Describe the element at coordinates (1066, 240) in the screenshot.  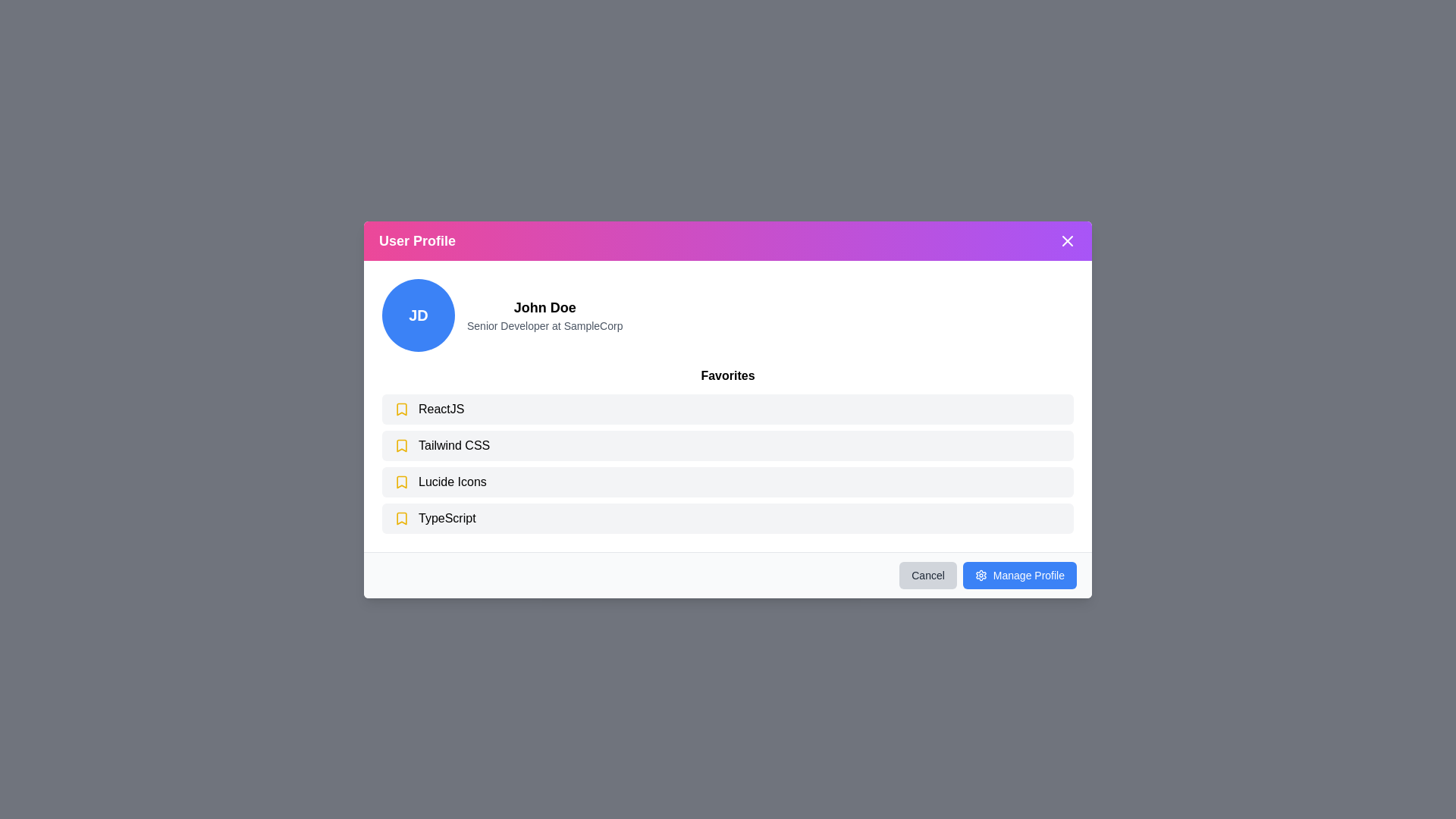
I see `the close button located at the far-right of the 'User Profile' header bar` at that location.